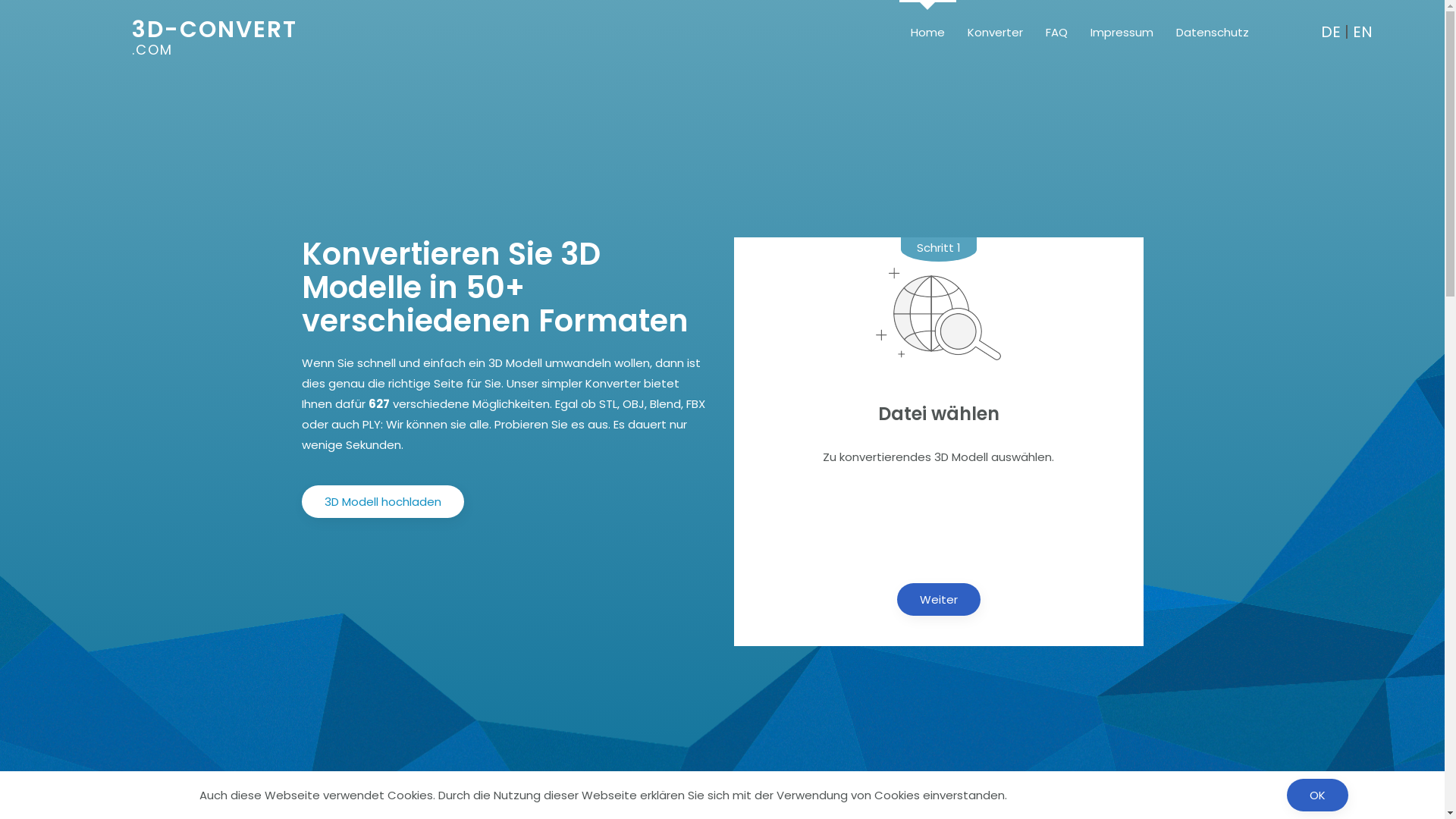 Image resolution: width=1456 pixels, height=819 pixels. What do you see at coordinates (1211, 31) in the screenshot?
I see `'Datenschutz'` at bounding box center [1211, 31].